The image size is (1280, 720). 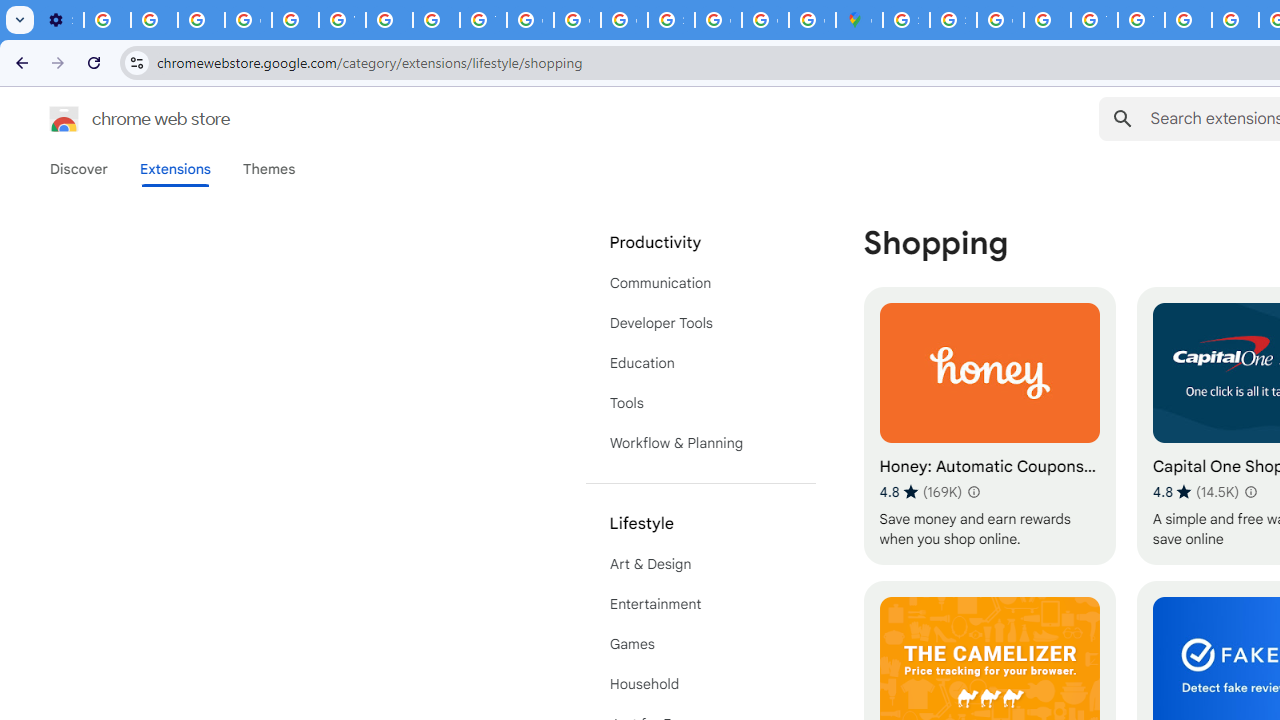 I want to click on 'Average rating 4.8 out of 5 stars. 14.5K ratings.', so click(x=1196, y=491).